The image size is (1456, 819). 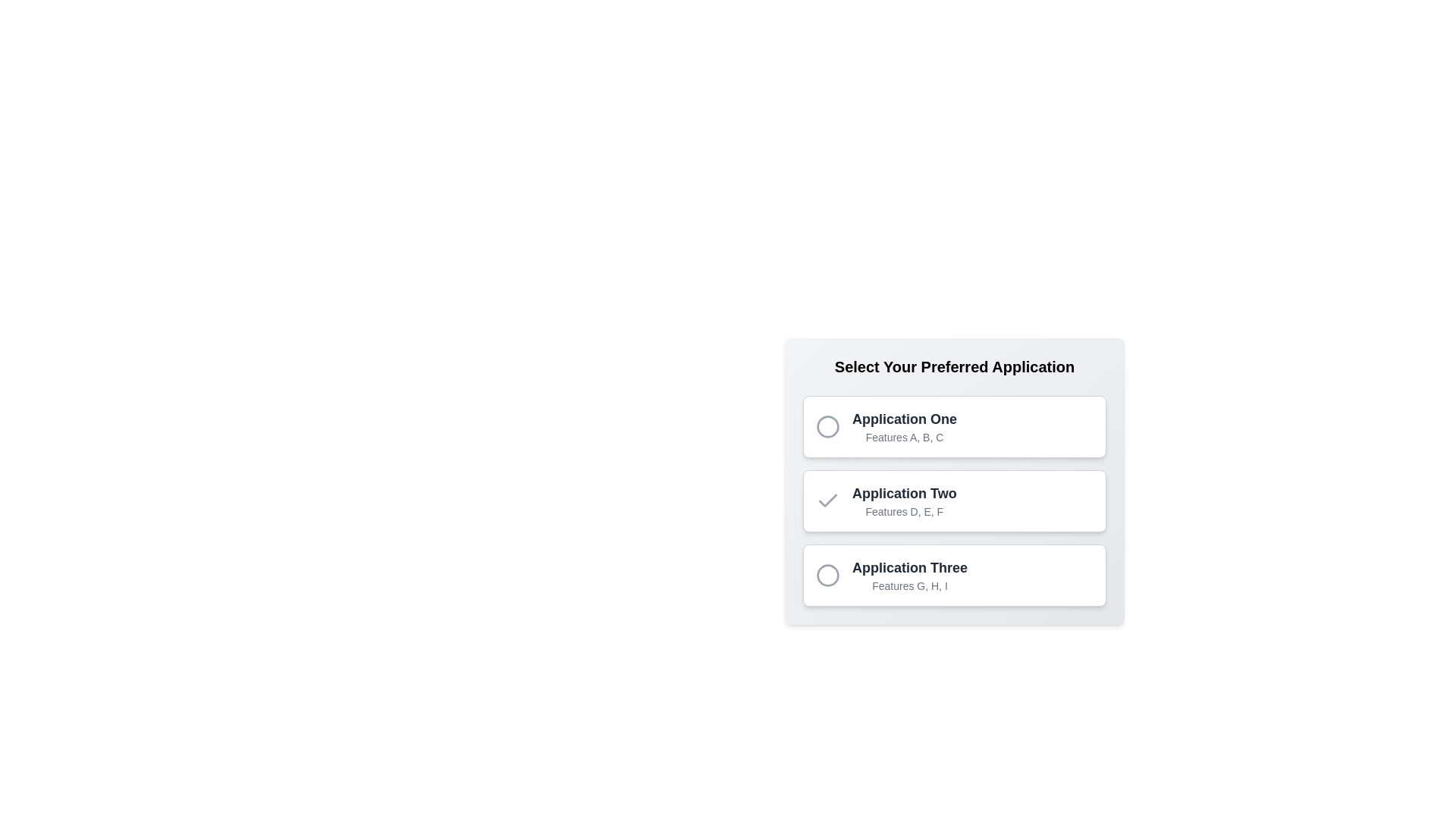 I want to click on the circular icon that indicates the selection status of 'Application One', located to the left of the text 'Application OneFeatures A, B, C', so click(x=827, y=427).